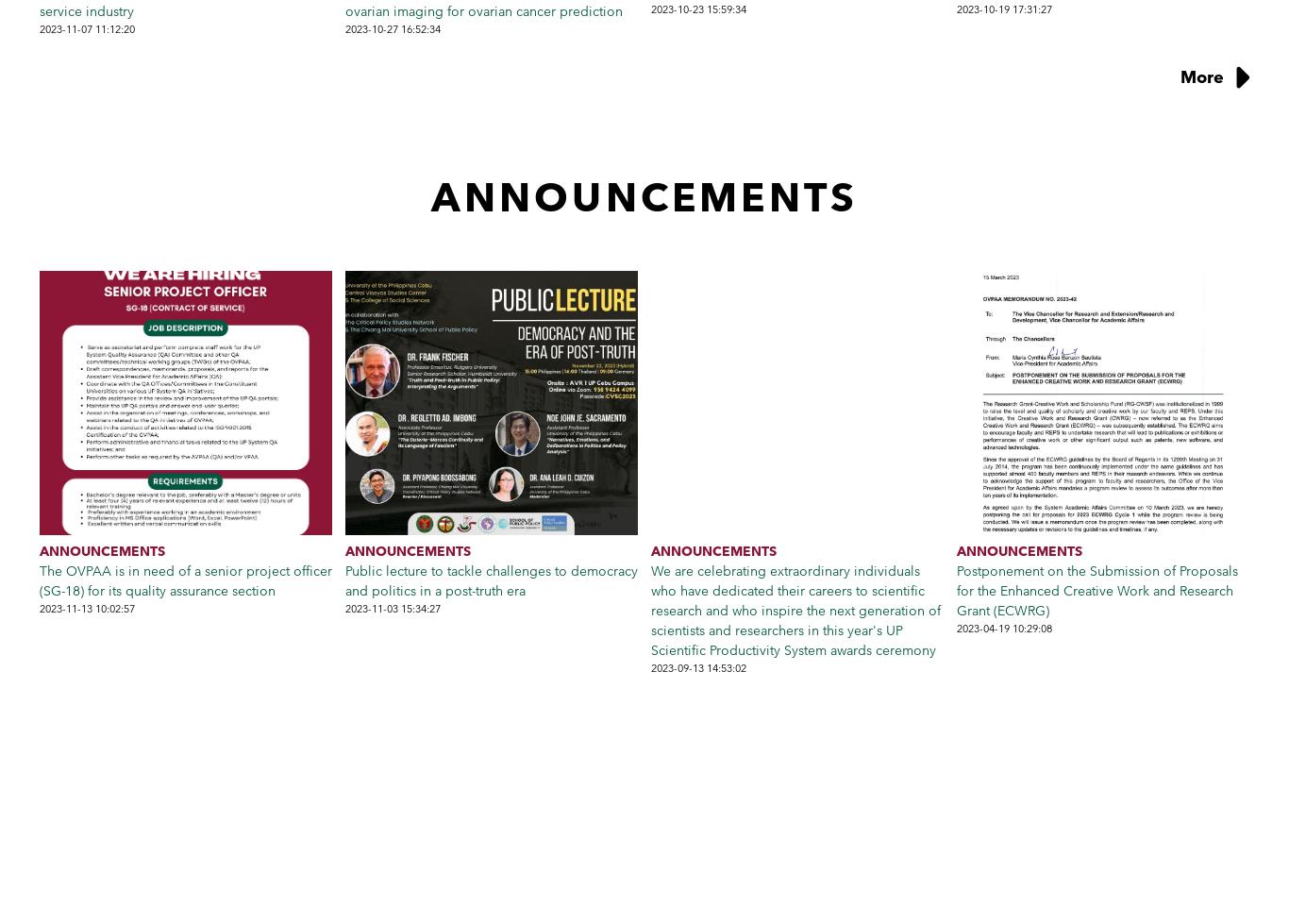 The width and height of the screenshot is (1289, 924). What do you see at coordinates (795, 609) in the screenshot?
I see `'We are celebrating extraordinary individuals who have dedicated their careers to scientific research and who inspire the next generation of scientists and researchers in this year's UP Scientific Productivity System awards ceremony'` at bounding box center [795, 609].